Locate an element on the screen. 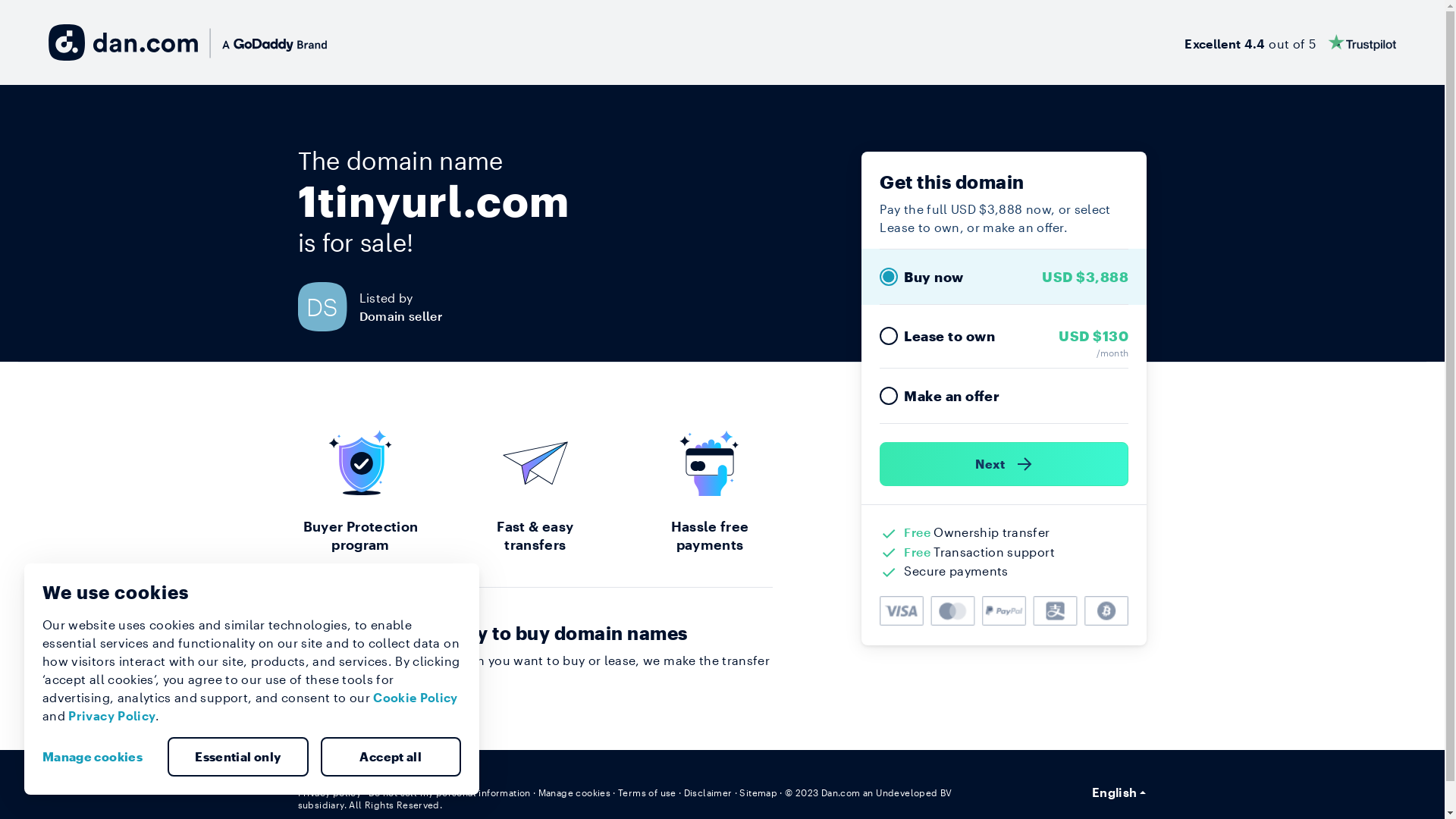 The width and height of the screenshot is (1456, 819). 'Disclaimer' is located at coordinates (708, 792).